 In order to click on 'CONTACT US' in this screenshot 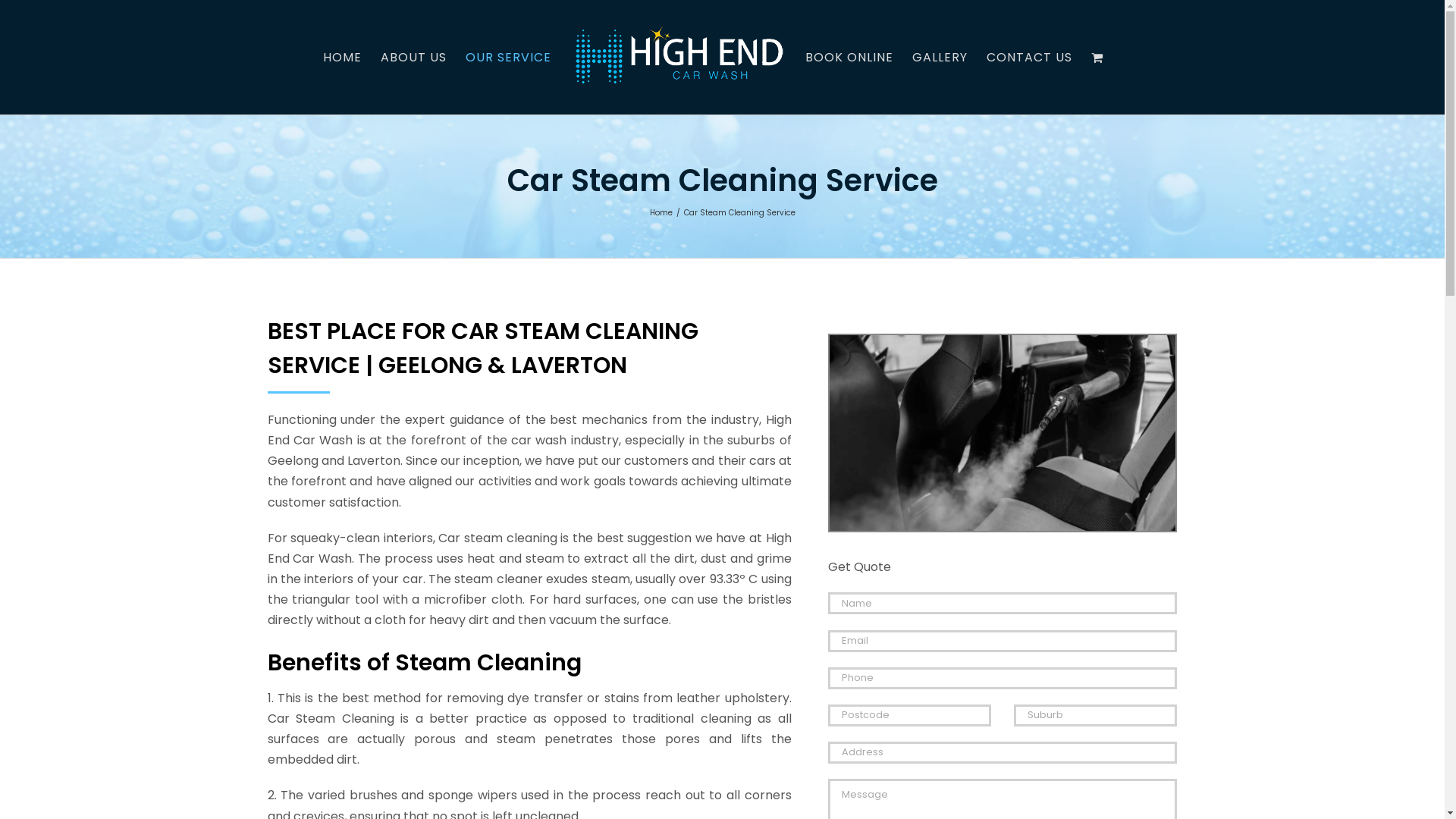, I will do `click(1028, 57)`.